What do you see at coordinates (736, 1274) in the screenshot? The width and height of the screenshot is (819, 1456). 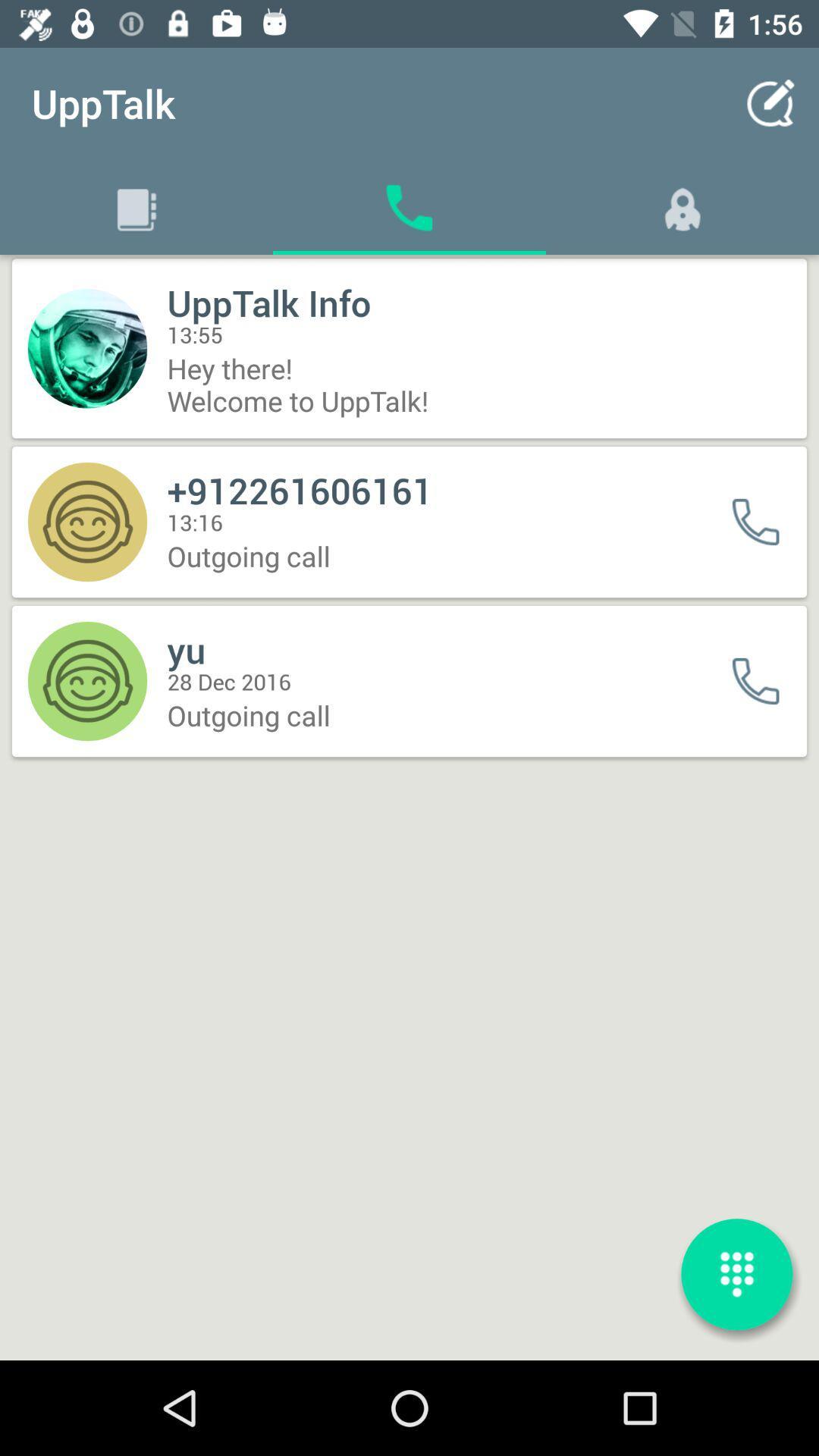 I see `button to show the phone number panel` at bounding box center [736, 1274].